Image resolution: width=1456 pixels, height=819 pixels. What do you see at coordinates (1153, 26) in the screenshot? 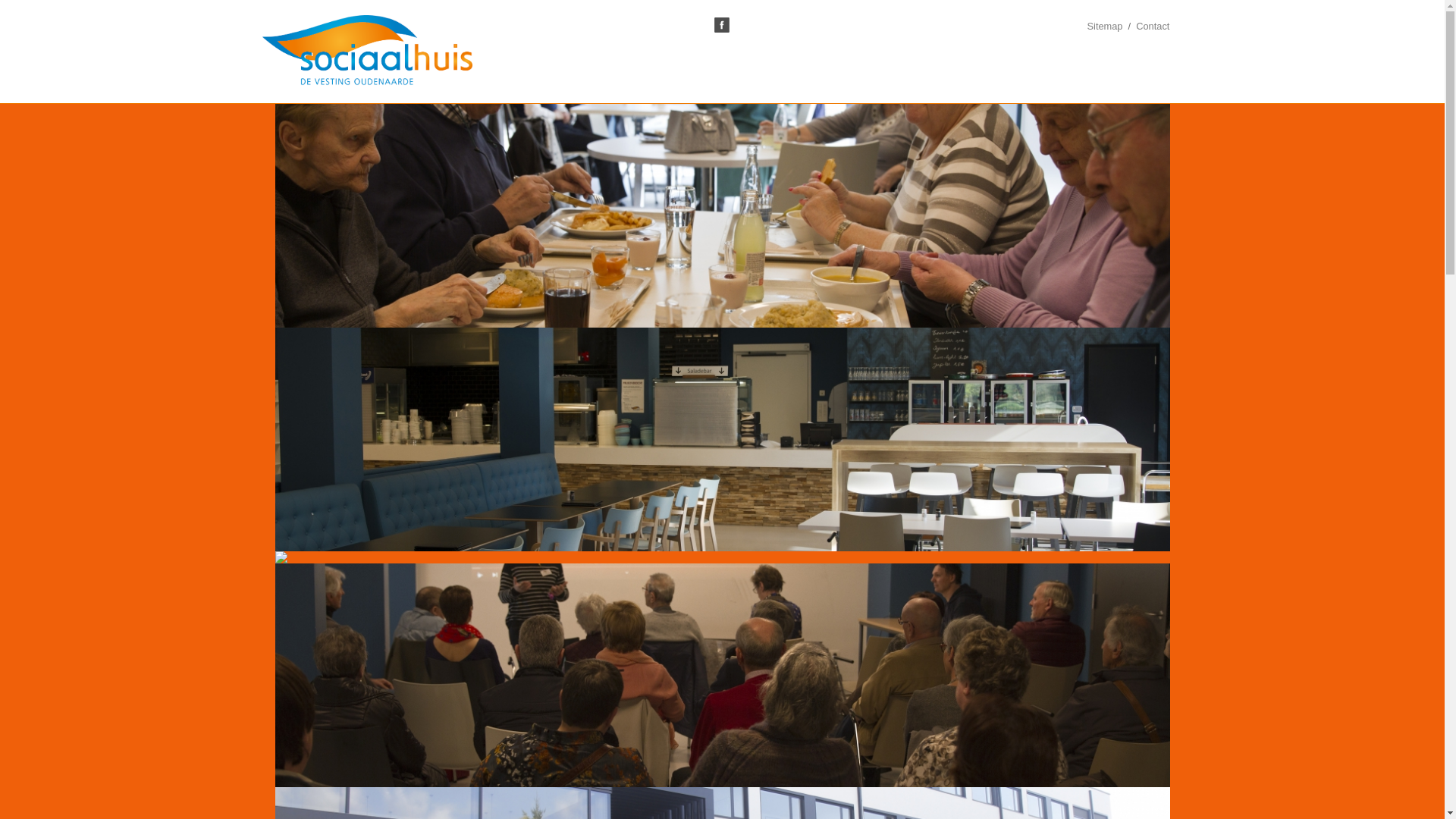
I see `'Contact'` at bounding box center [1153, 26].